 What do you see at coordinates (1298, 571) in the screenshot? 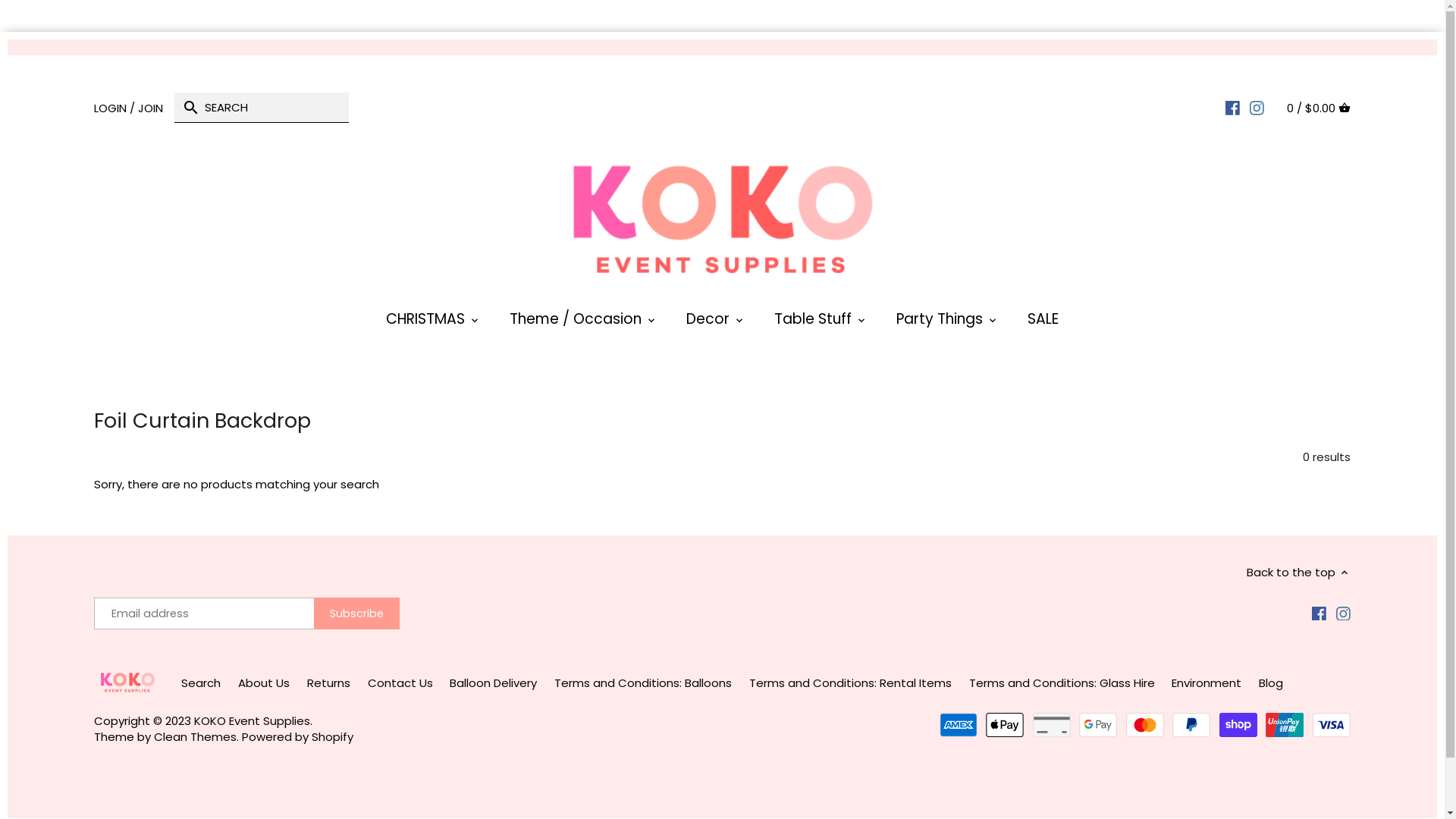
I see `'Back to the top'` at bounding box center [1298, 571].